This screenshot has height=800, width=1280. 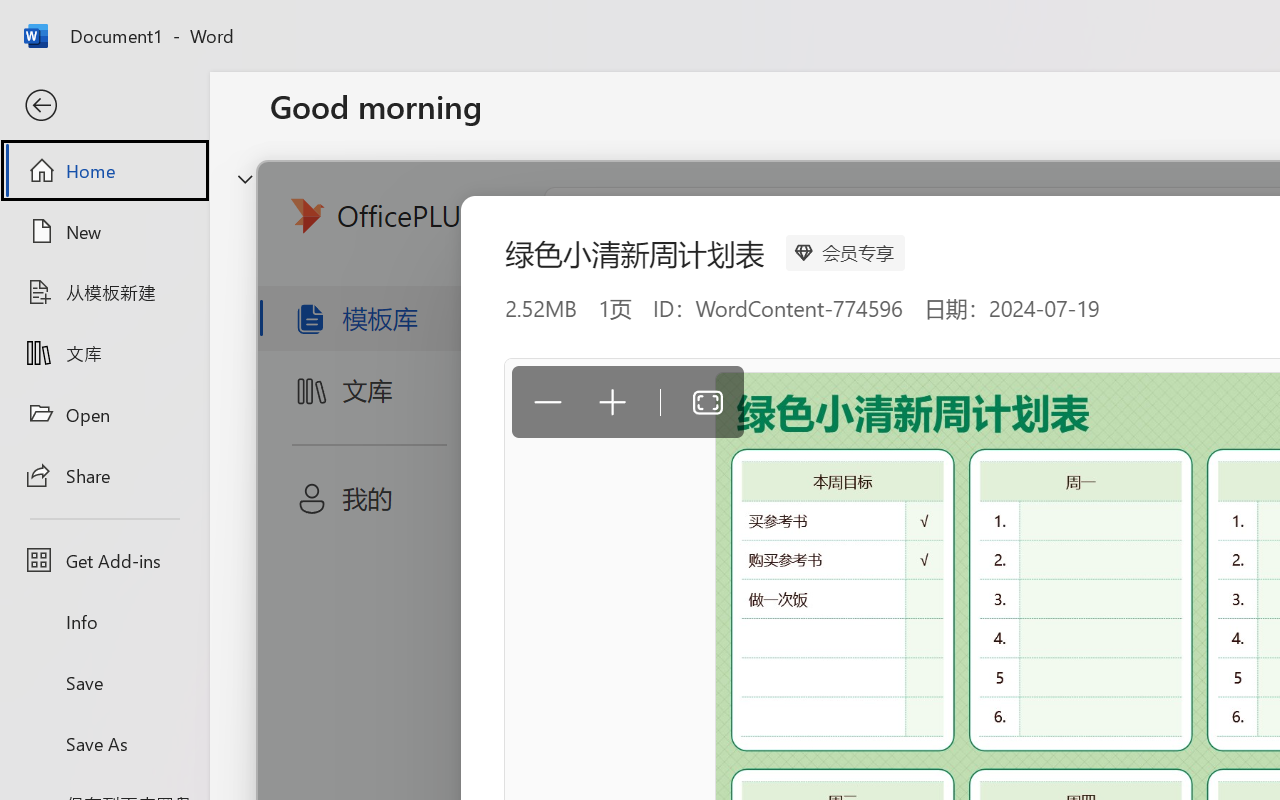 I want to click on 'New', so click(x=103, y=231).